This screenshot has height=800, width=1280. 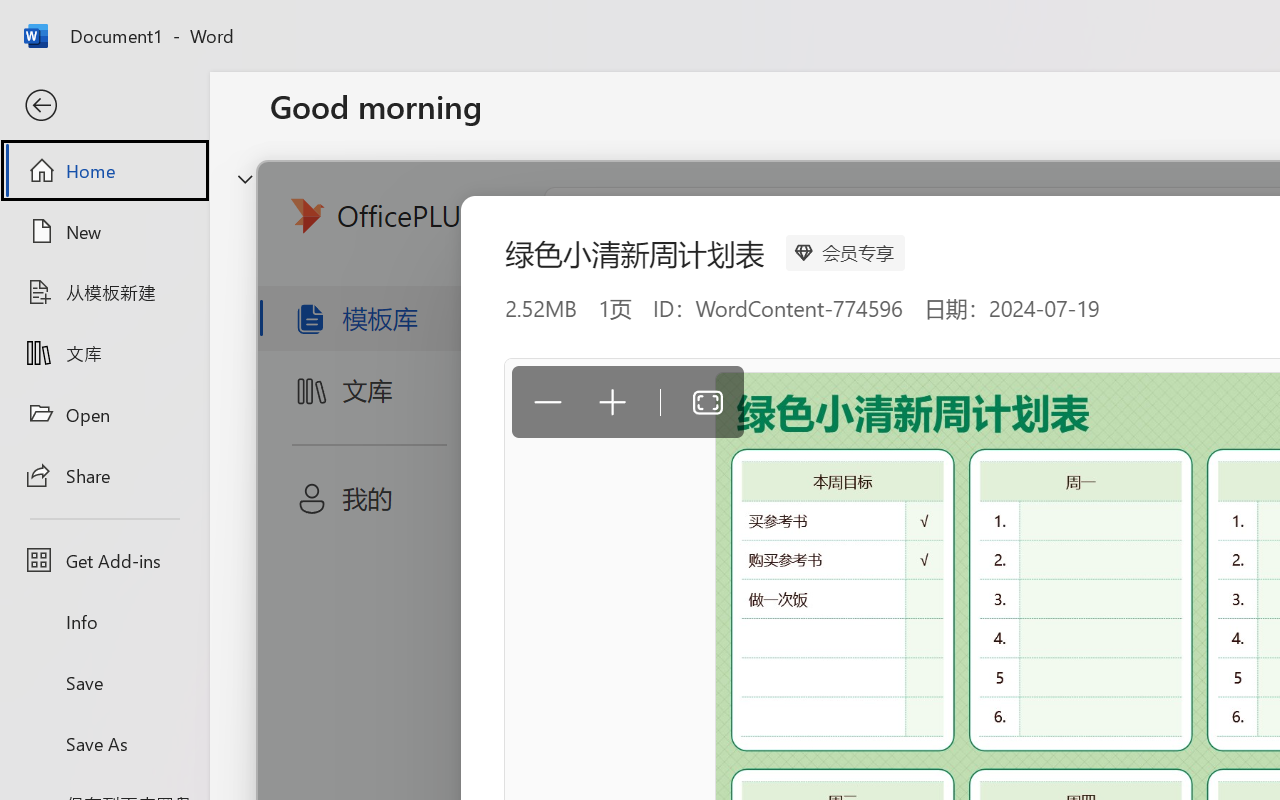 I want to click on 'New', so click(x=103, y=231).